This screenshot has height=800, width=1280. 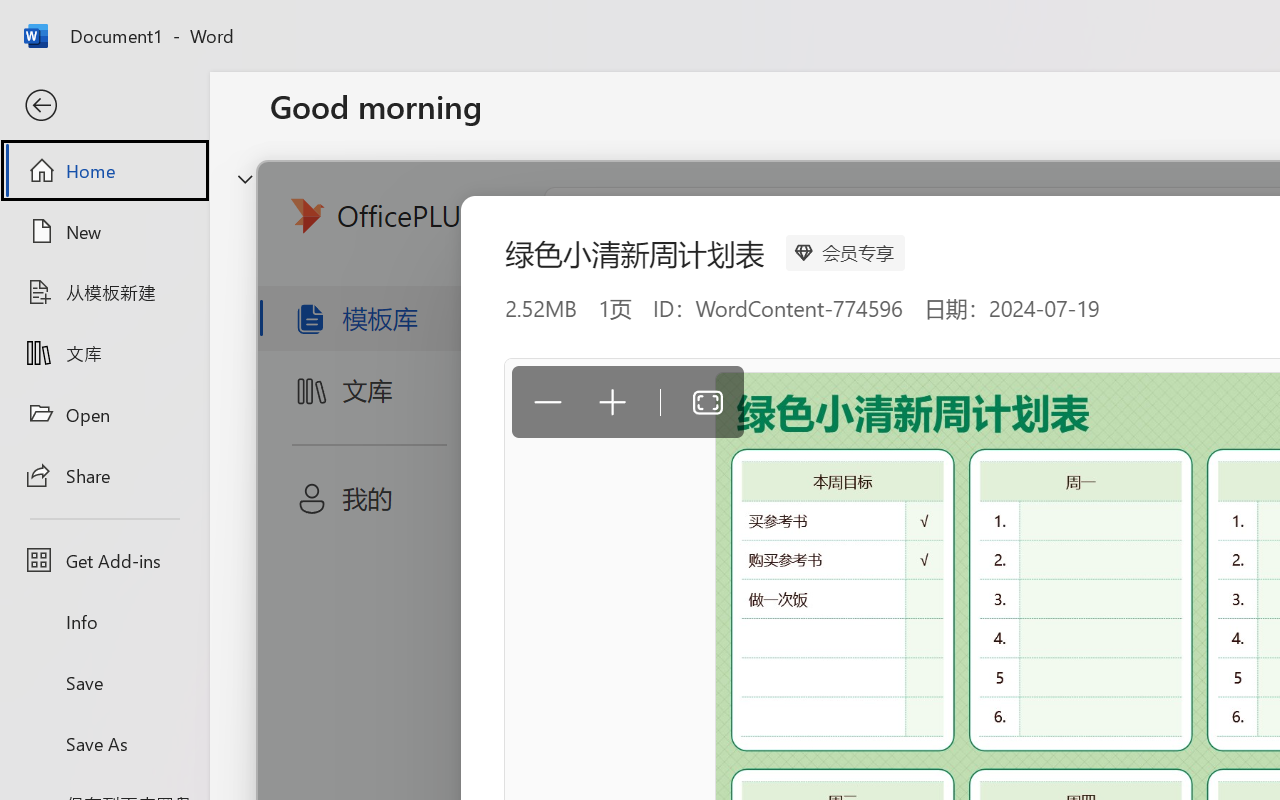 I want to click on 'New', so click(x=103, y=231).